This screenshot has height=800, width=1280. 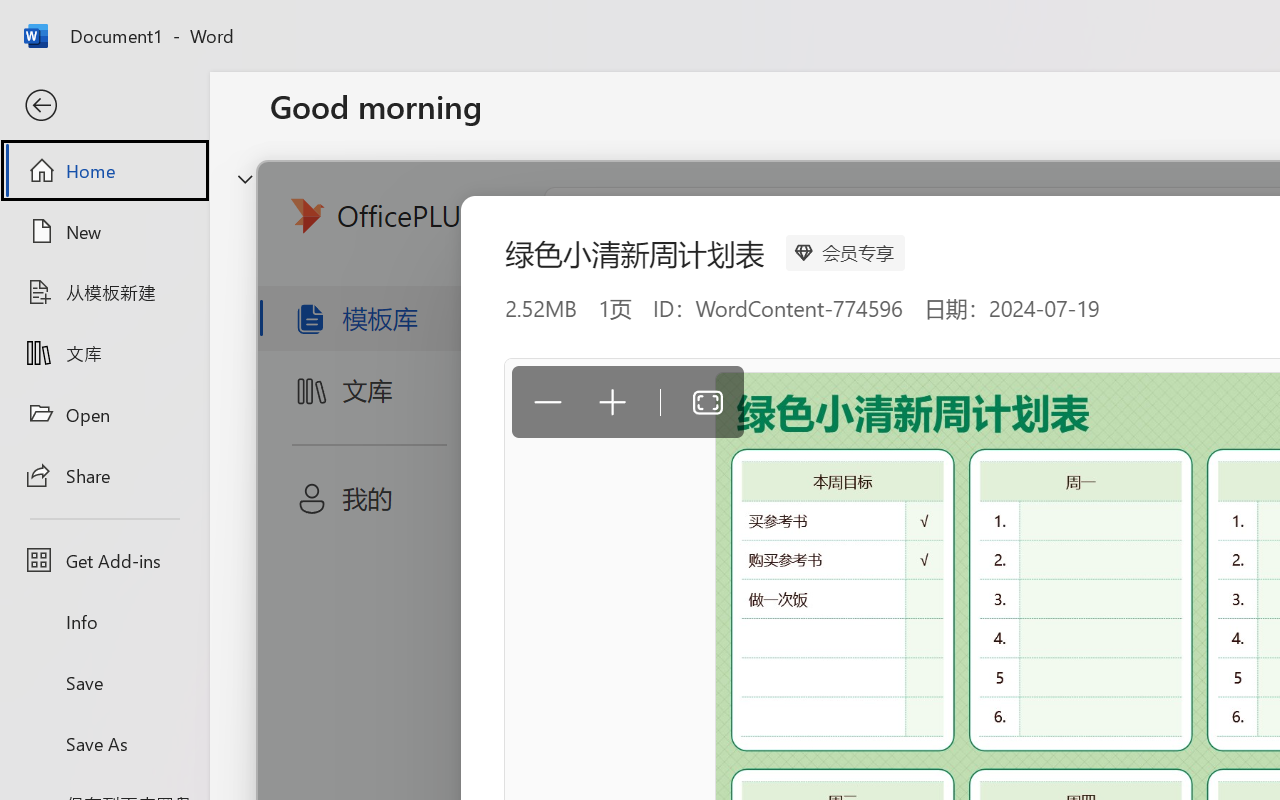 I want to click on 'New', so click(x=103, y=231).